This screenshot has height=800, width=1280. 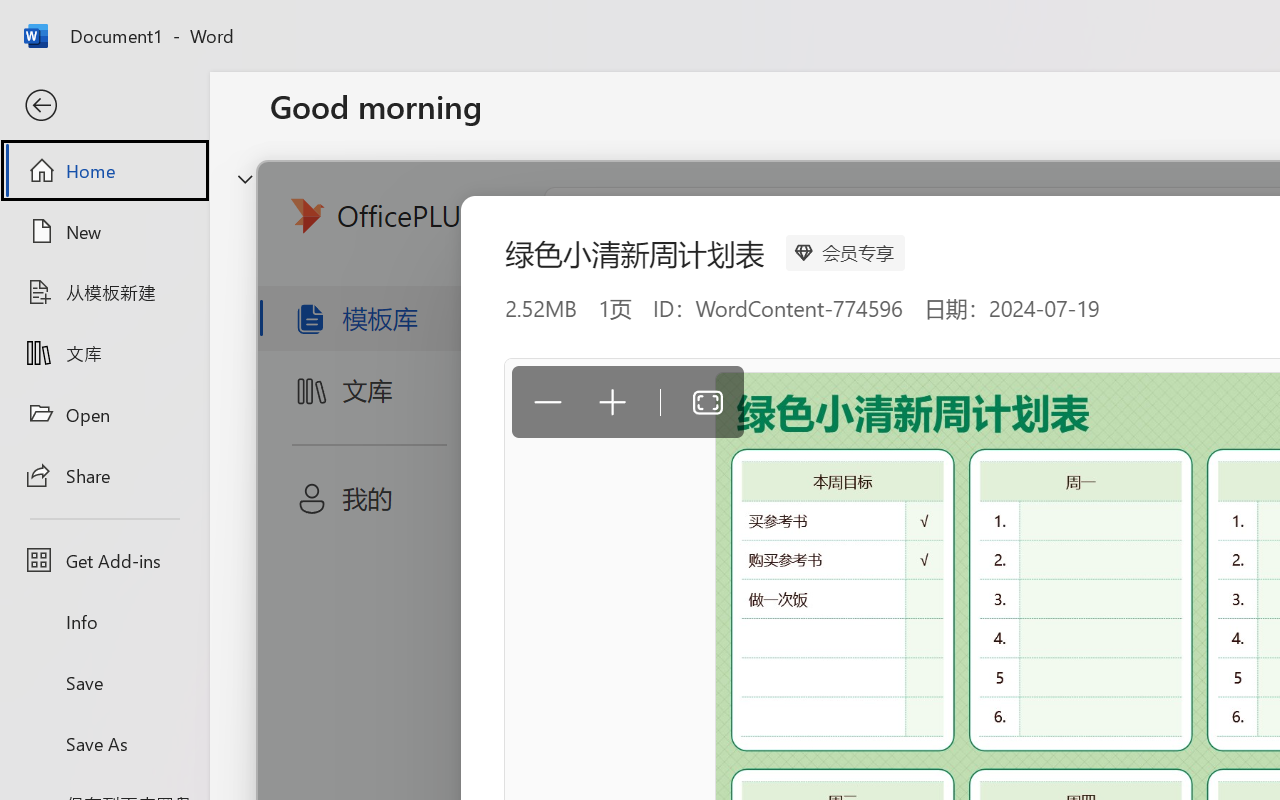 I want to click on 'New', so click(x=103, y=231).